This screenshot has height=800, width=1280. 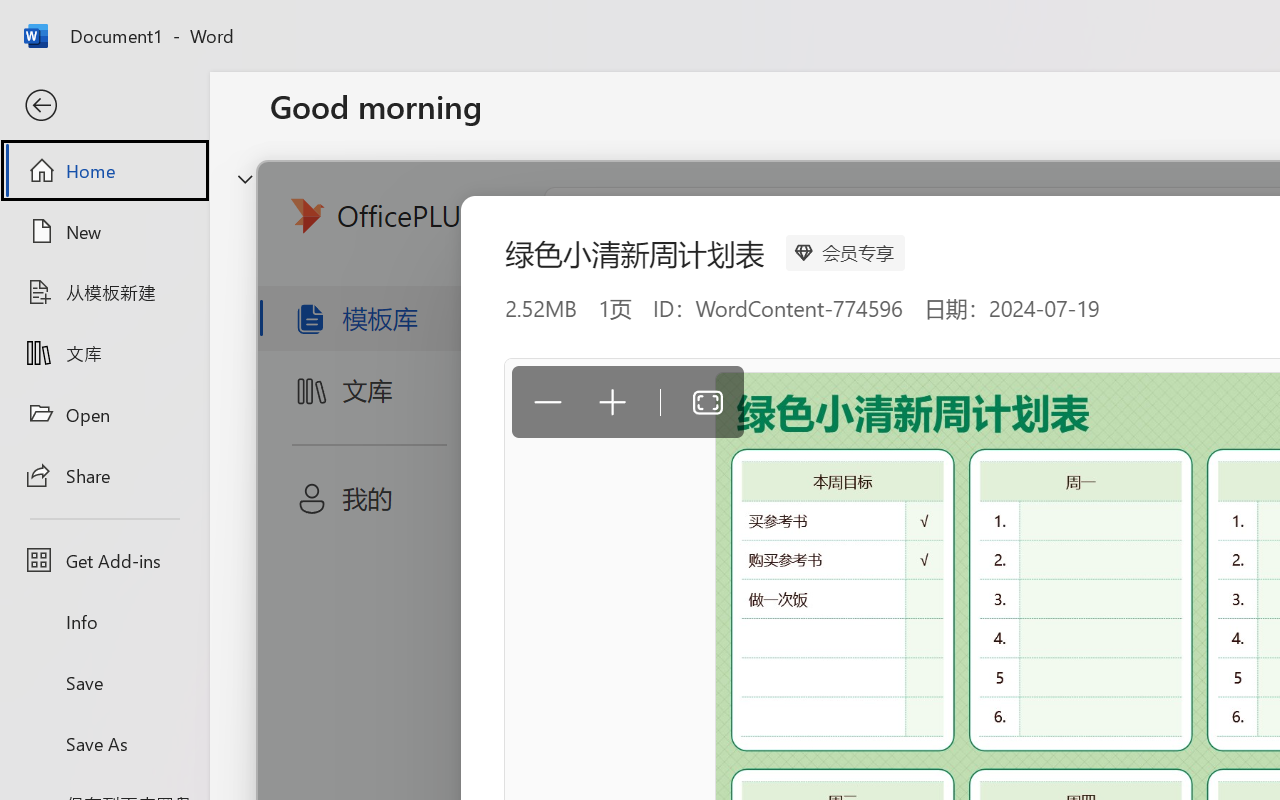 I want to click on 'New', so click(x=103, y=231).